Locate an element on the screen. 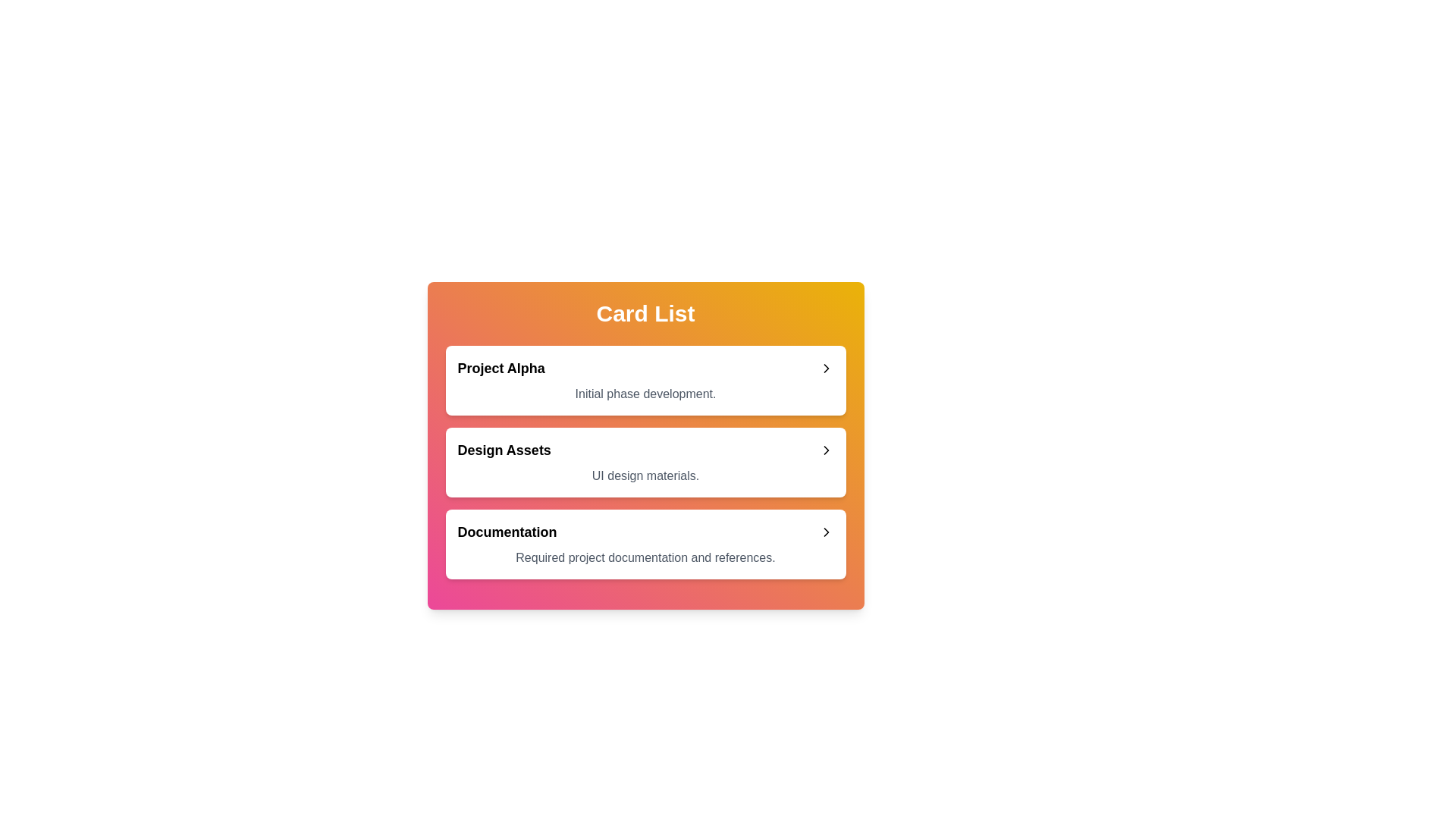  the title area of the card titled Project Alpha to expand or collapse it is located at coordinates (645, 369).